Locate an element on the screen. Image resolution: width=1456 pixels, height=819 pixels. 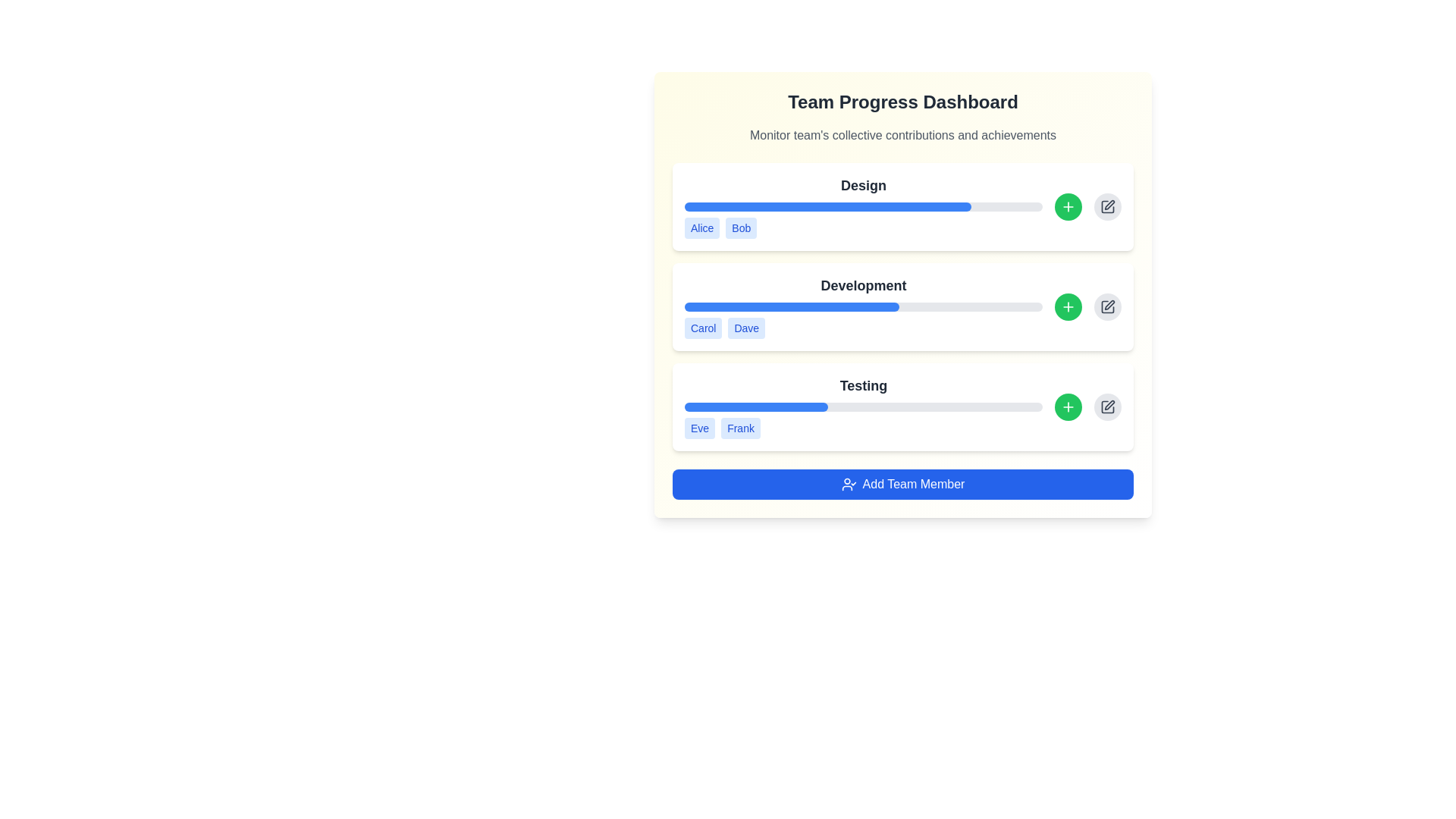
the blue filled section of the progress bar located under the 'Design' label in the team progress dashboard is located at coordinates (827, 207).